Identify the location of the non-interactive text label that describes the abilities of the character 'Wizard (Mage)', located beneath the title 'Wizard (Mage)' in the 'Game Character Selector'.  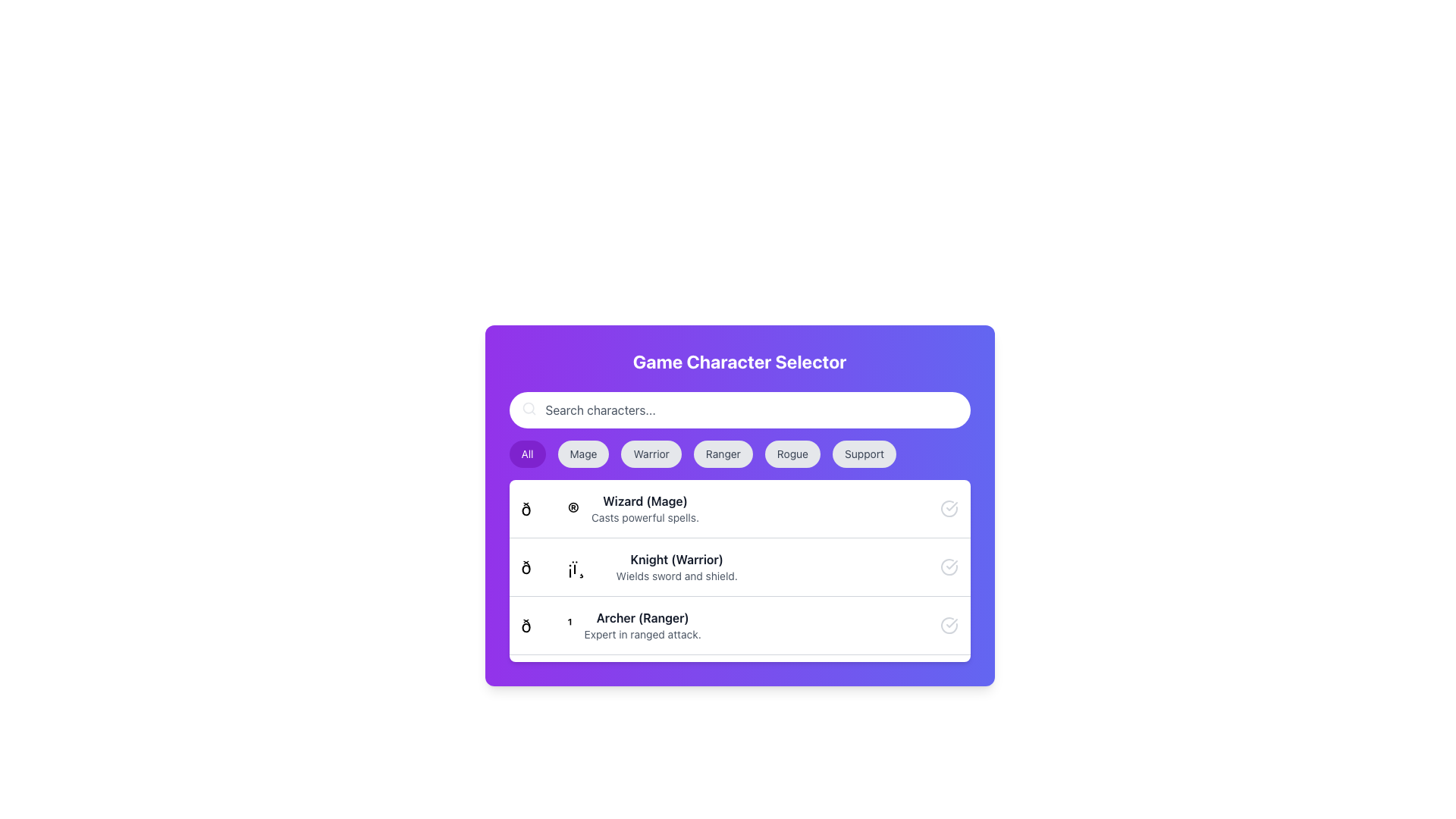
(645, 516).